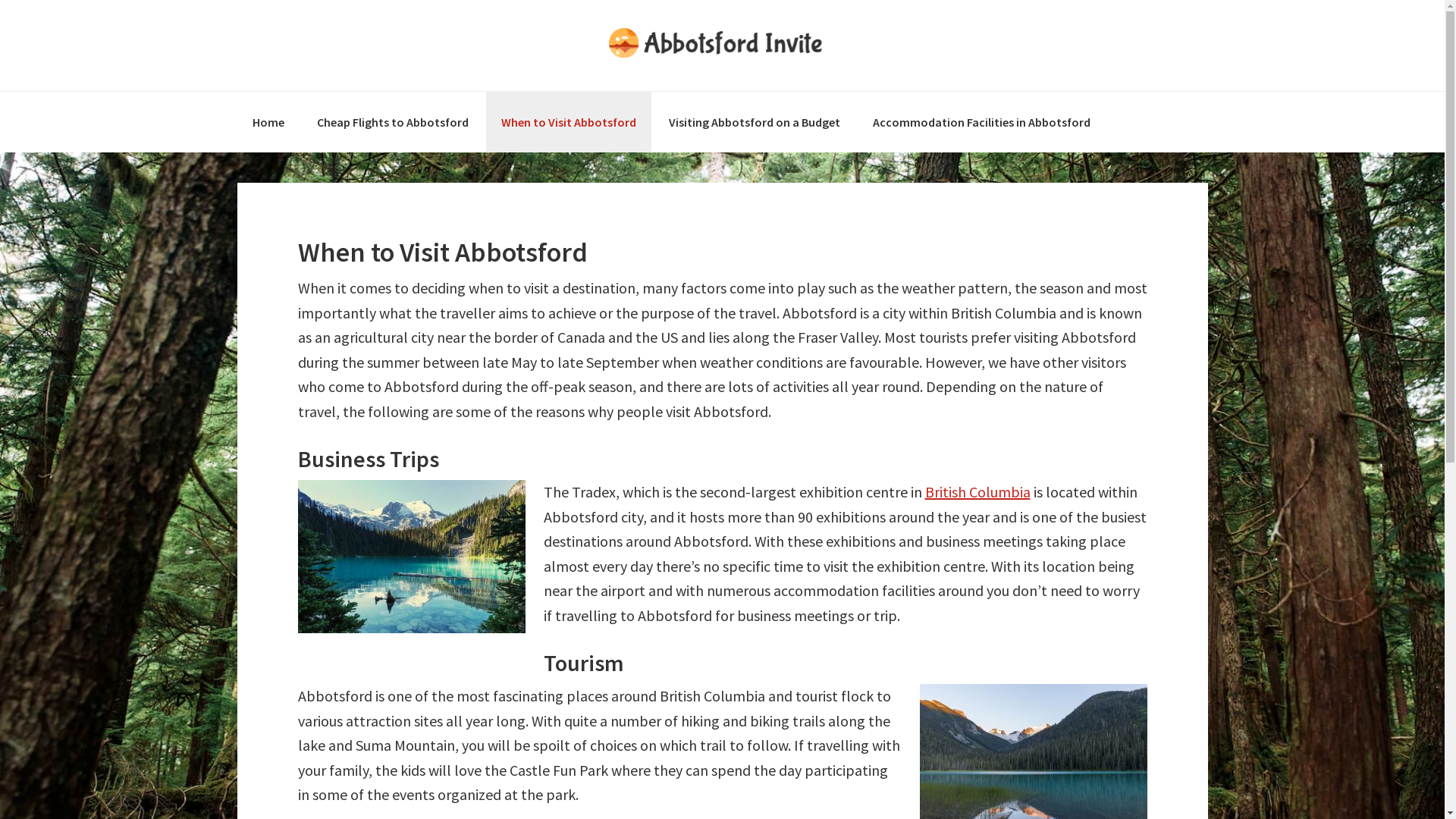 This screenshot has height=819, width=1456. I want to click on 'British Columbia', so click(977, 491).